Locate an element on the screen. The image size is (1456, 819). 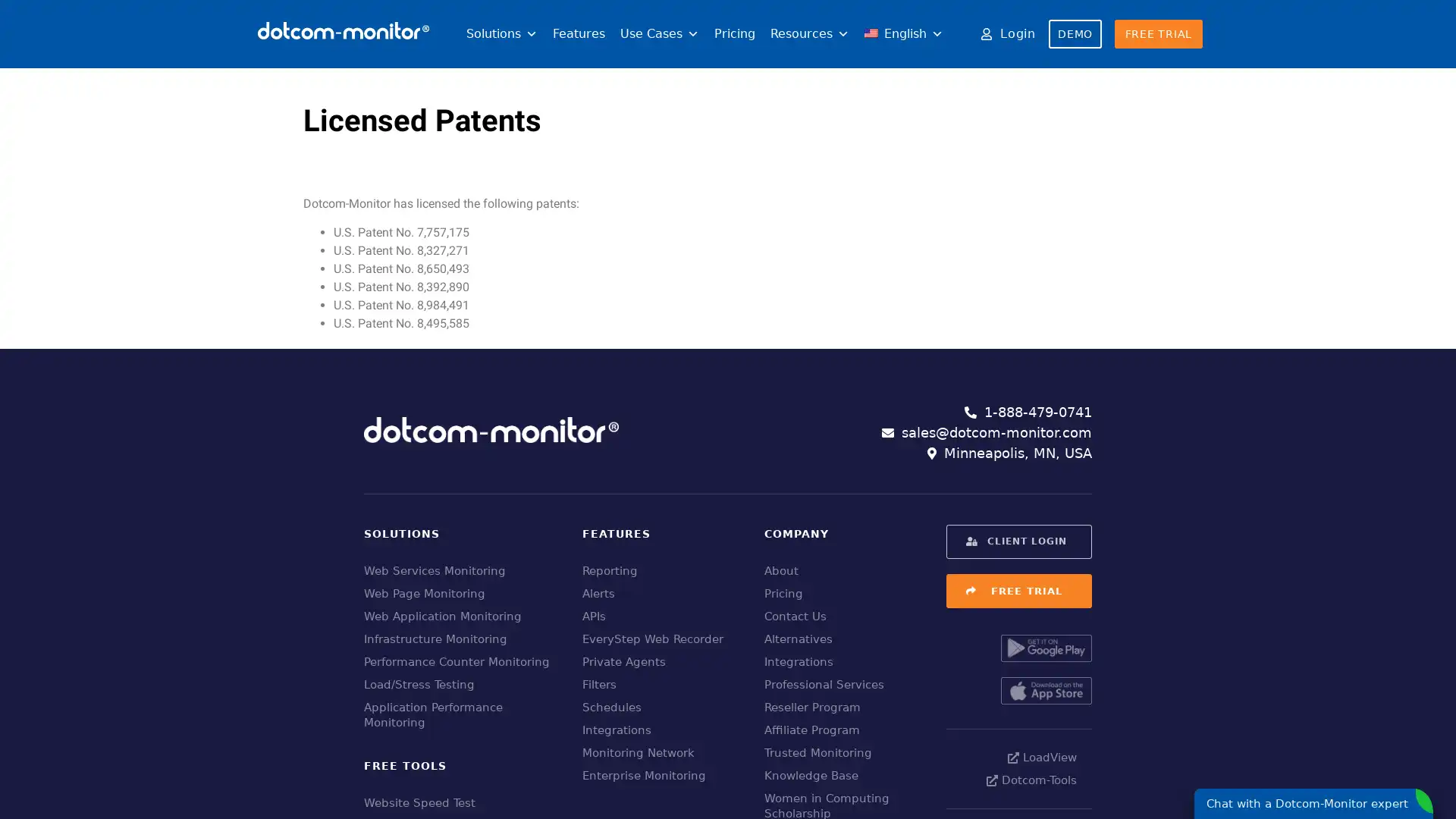
DEMO is located at coordinates (1074, 34).